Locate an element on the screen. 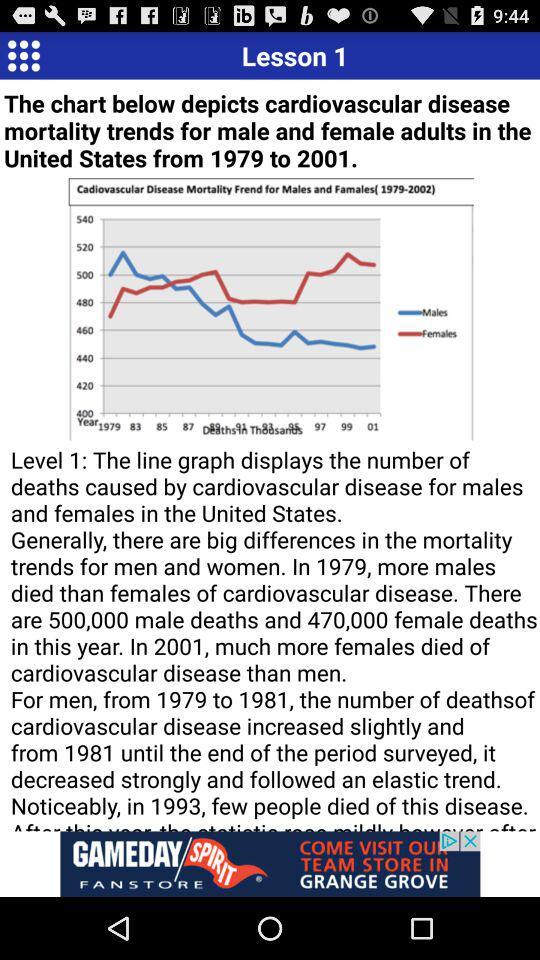  open an advertisements is located at coordinates (270, 863).